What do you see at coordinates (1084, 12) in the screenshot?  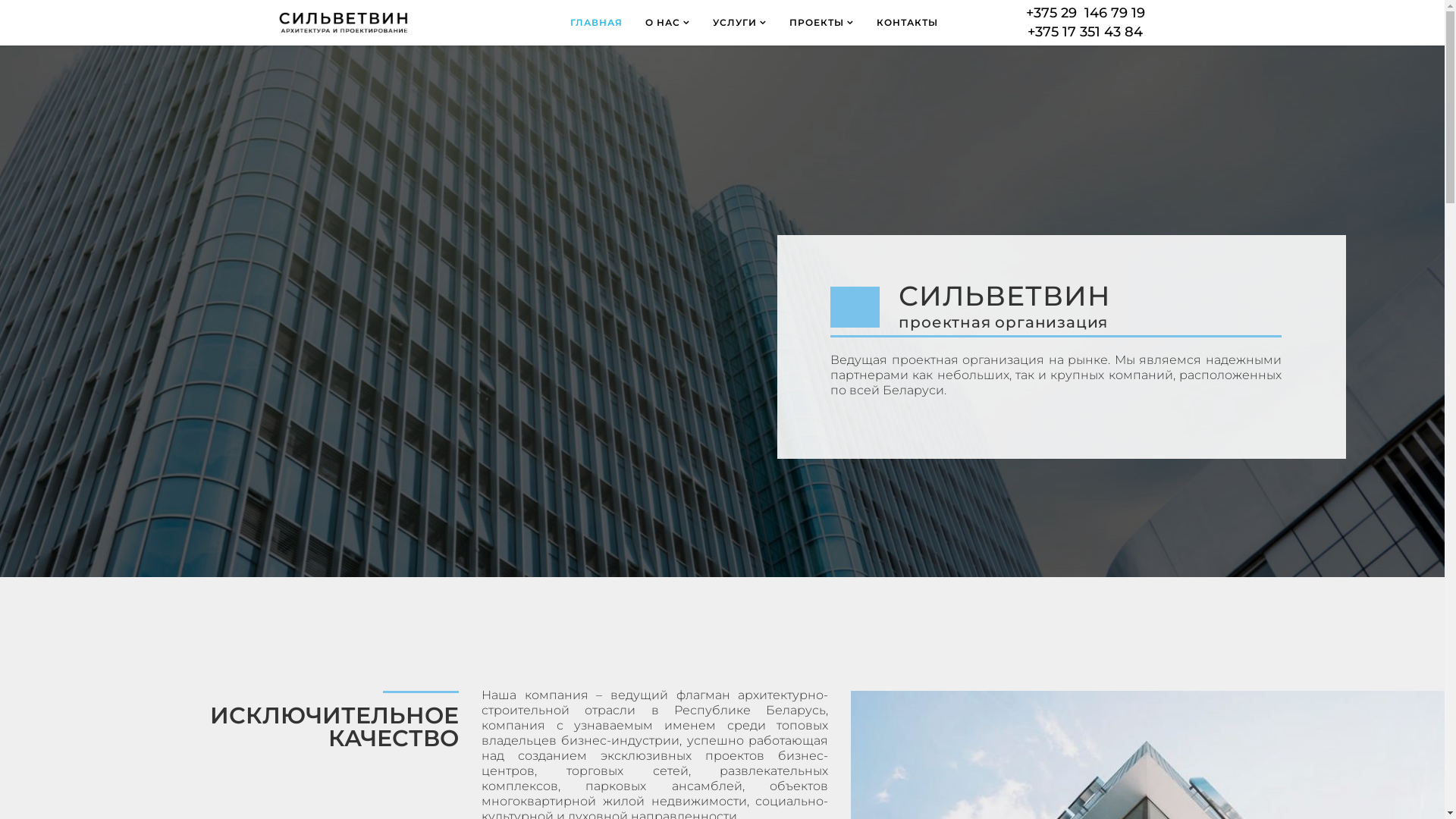 I see `'+375 29  146 79 19'` at bounding box center [1084, 12].